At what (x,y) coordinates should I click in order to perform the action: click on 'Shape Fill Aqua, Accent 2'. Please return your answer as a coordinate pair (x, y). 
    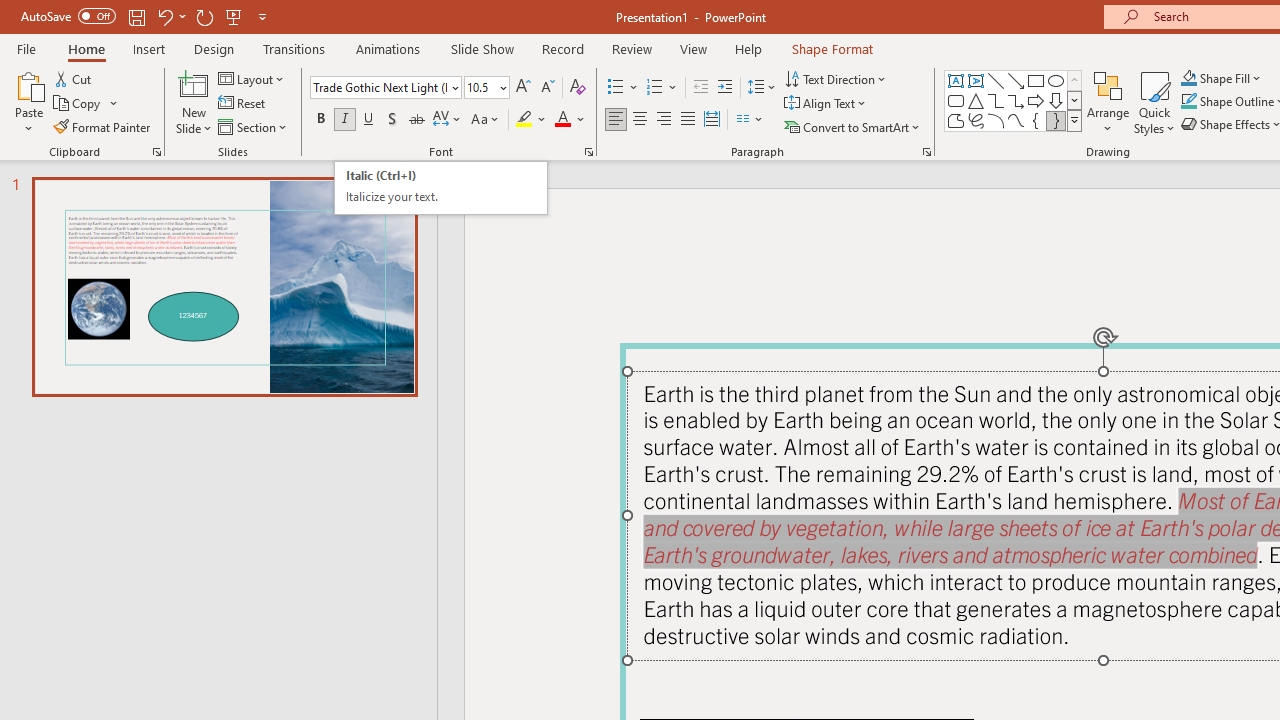
    Looking at the image, I should click on (1189, 77).